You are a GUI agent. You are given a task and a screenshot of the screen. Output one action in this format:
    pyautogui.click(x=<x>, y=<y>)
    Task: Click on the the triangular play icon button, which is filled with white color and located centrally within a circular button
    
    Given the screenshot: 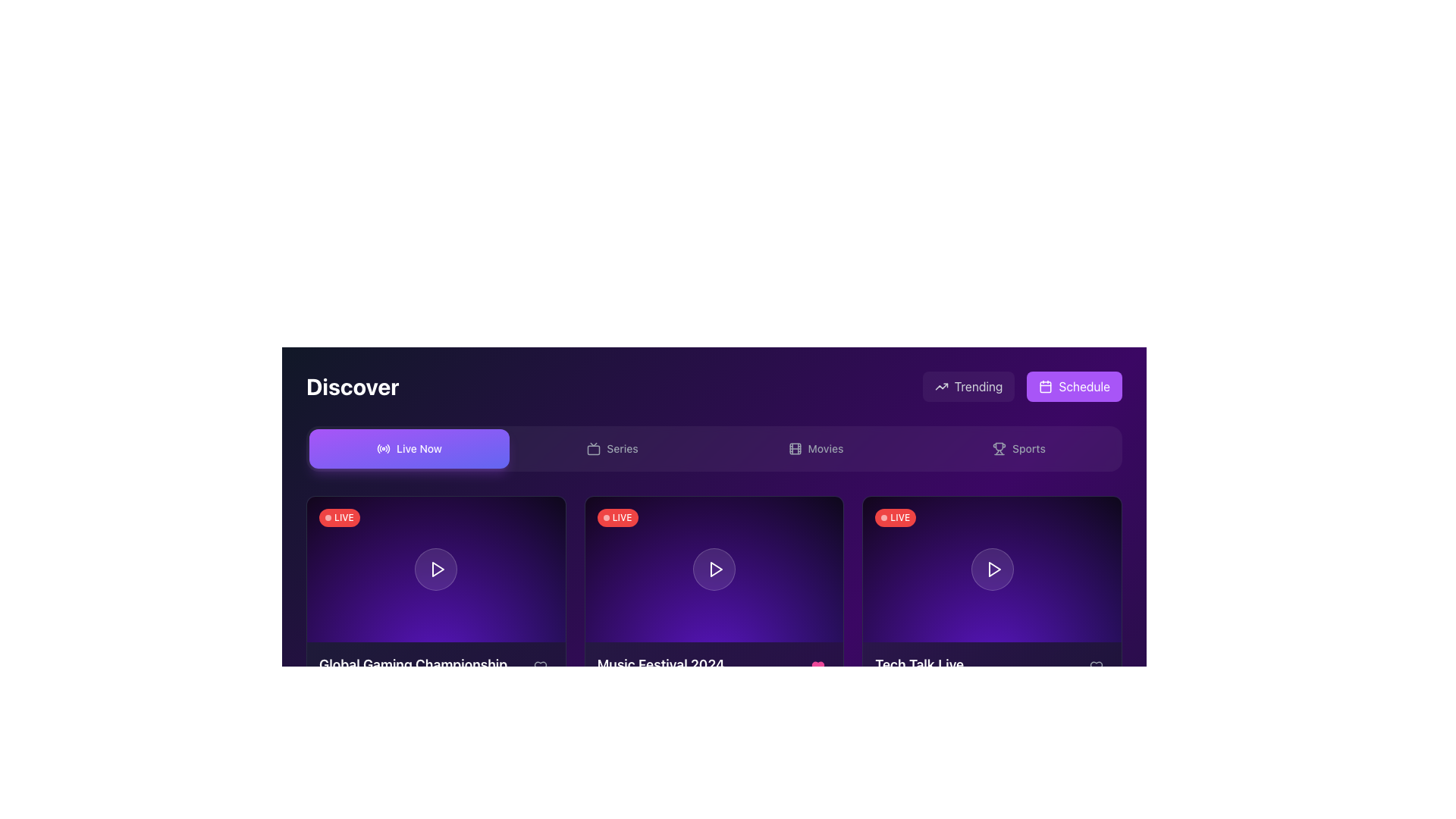 What is the action you would take?
    pyautogui.click(x=993, y=569)
    